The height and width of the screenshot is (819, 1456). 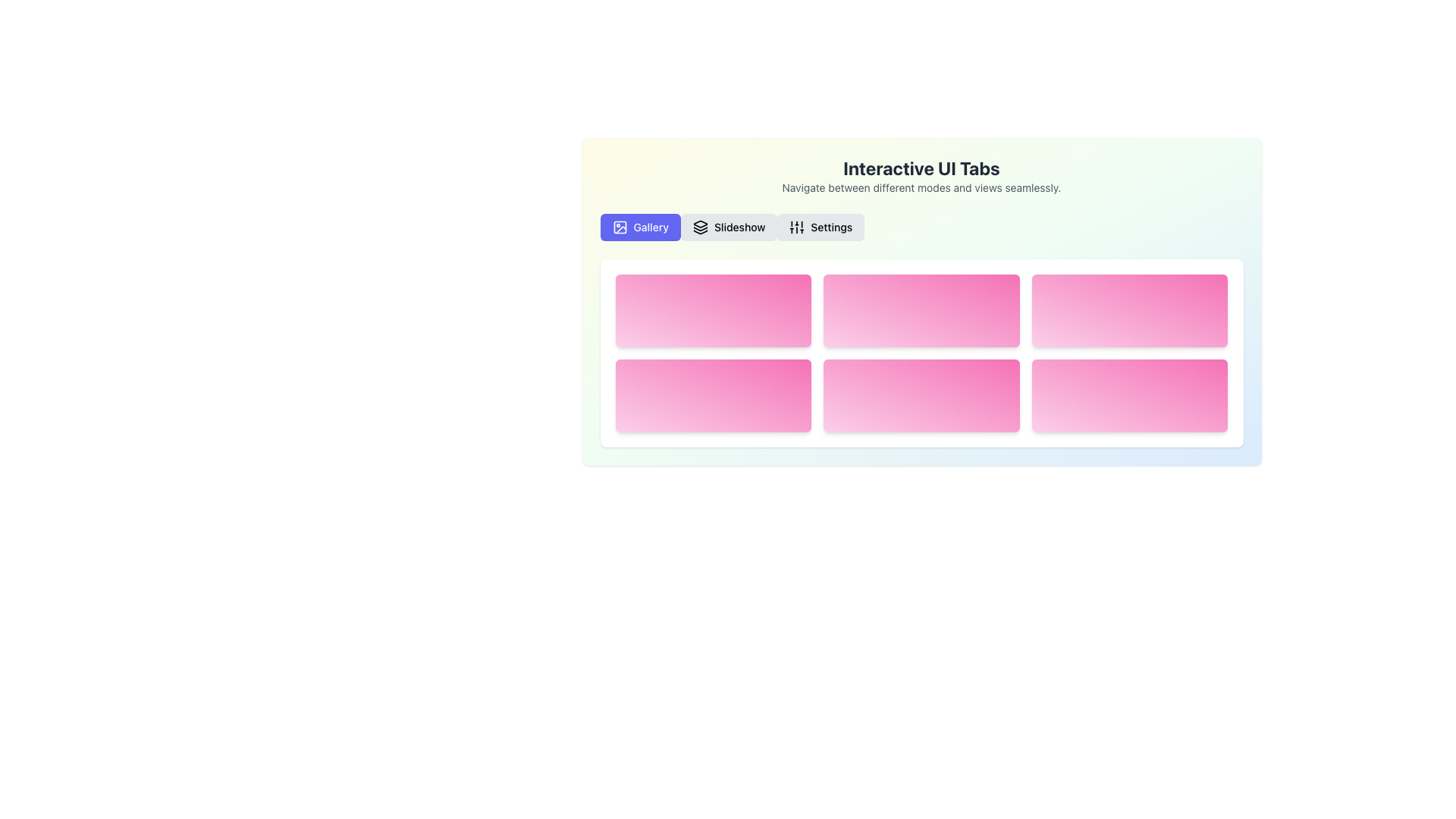 What do you see at coordinates (729, 227) in the screenshot?
I see `the navigation button that switches the interface view to slideshow mode, located at the top center of the interface, between the 'Gallery' and 'Settings' buttons` at bounding box center [729, 227].